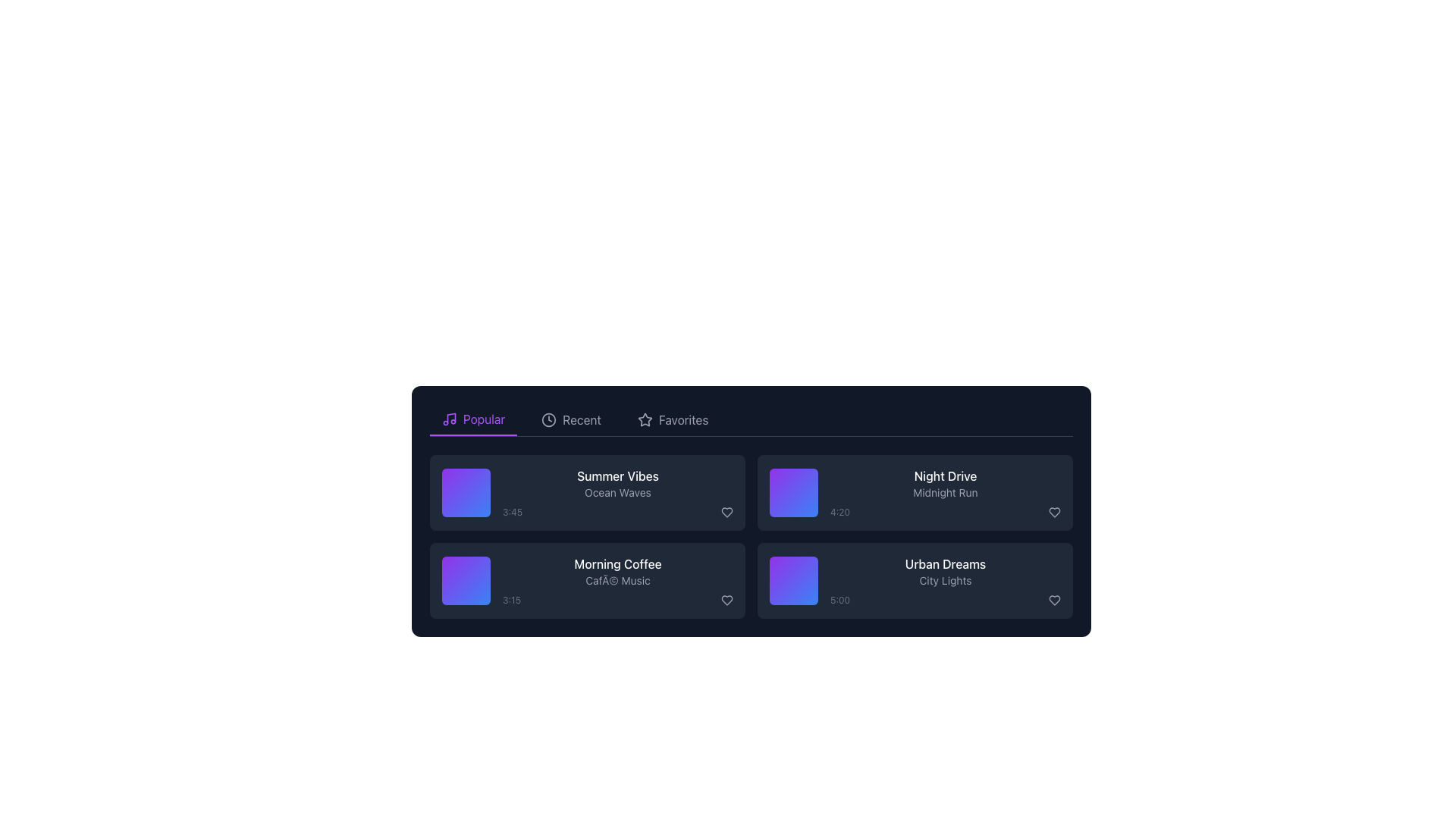 The height and width of the screenshot is (819, 1456). What do you see at coordinates (483, 419) in the screenshot?
I see `the 'Popular' label in the tabbed navigation bar` at bounding box center [483, 419].